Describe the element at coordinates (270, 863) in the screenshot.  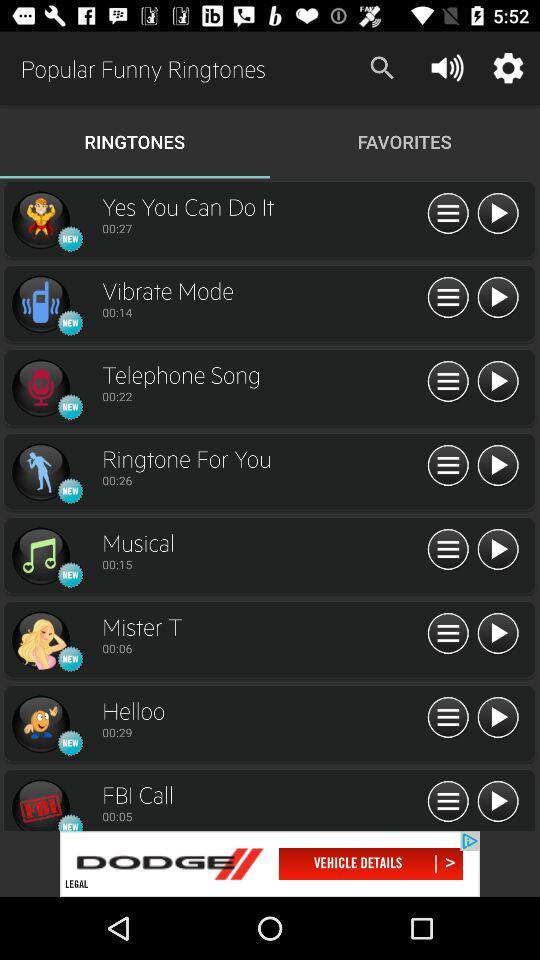
I see `next` at that location.